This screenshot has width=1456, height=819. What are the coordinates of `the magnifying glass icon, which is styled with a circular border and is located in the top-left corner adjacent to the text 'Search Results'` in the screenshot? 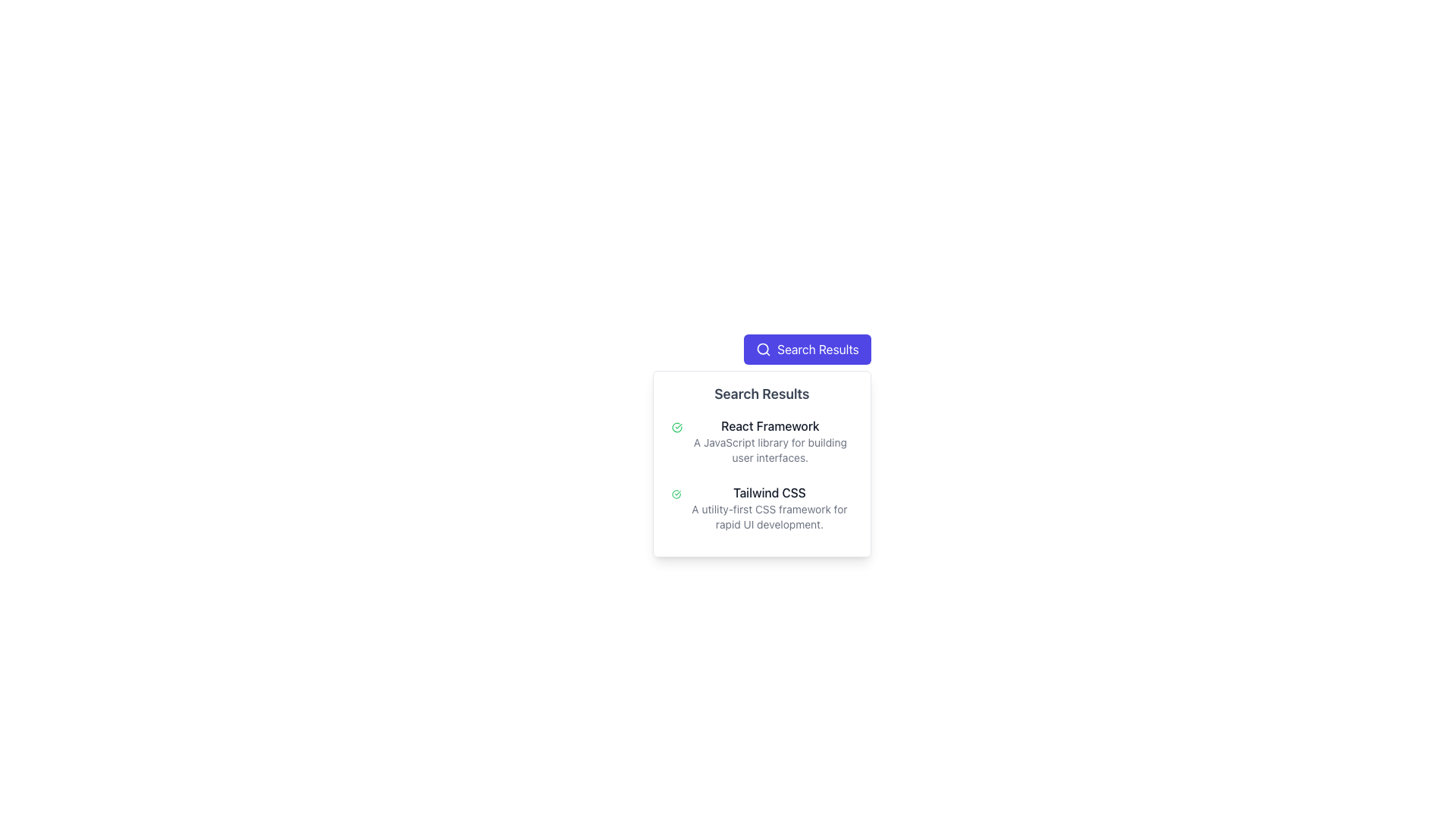 It's located at (764, 350).